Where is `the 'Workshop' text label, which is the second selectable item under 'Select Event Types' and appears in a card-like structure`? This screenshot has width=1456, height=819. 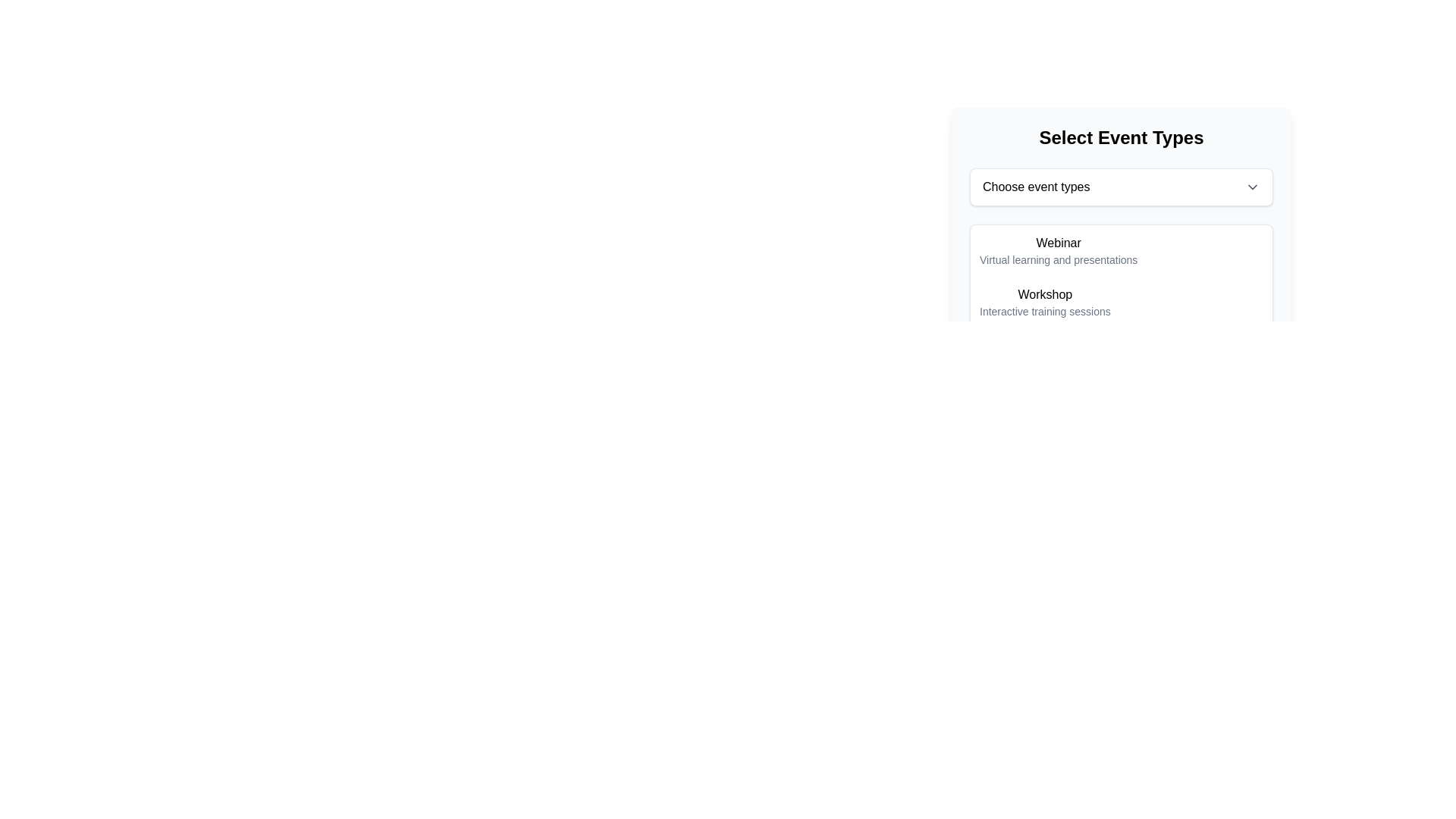 the 'Workshop' text label, which is the second selectable item under 'Select Event Types' and appears in a card-like structure is located at coordinates (1044, 302).